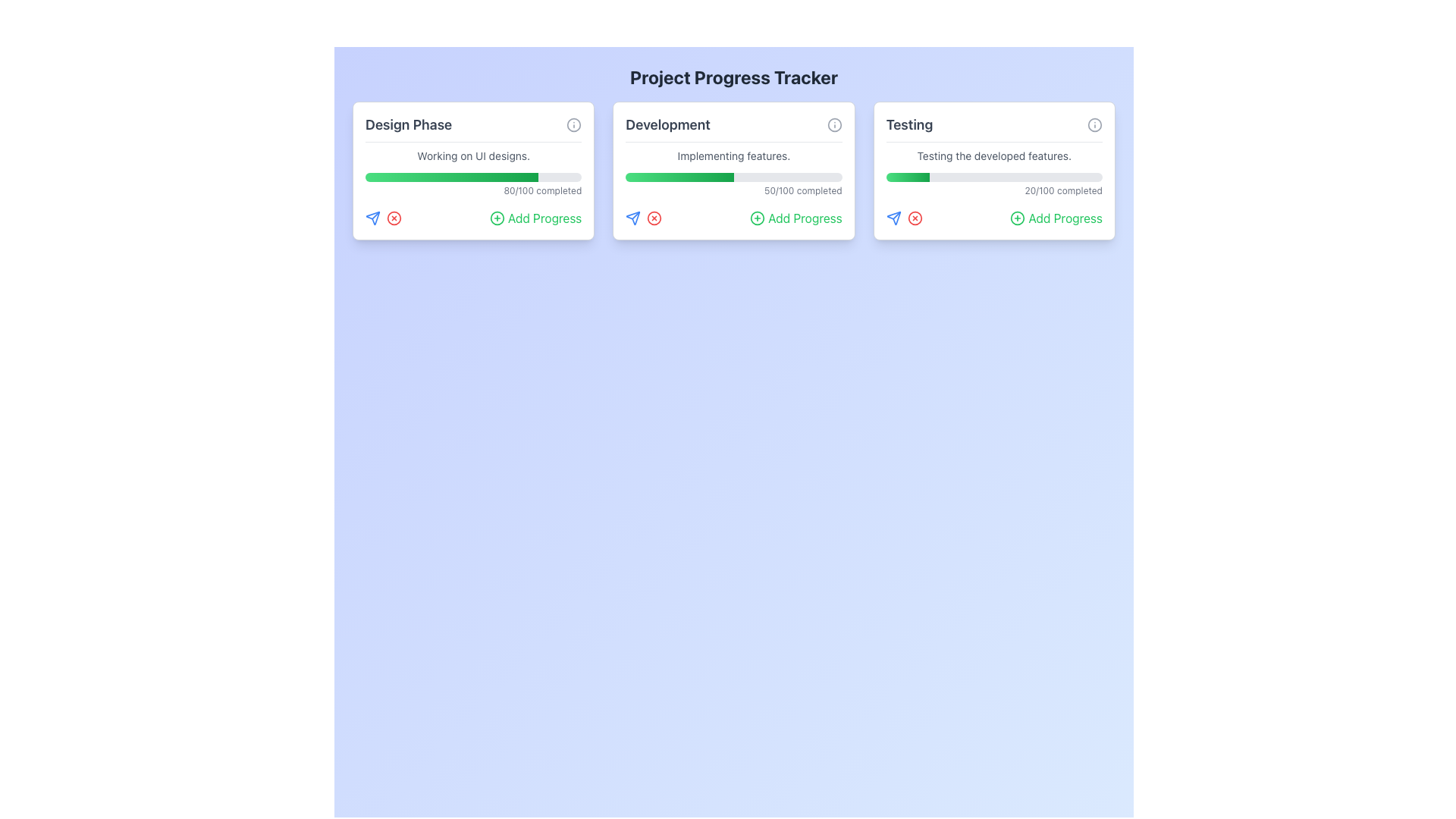 This screenshot has width=1456, height=819. What do you see at coordinates (472, 155) in the screenshot?
I see `the text label displaying 'Working on UI designs.' which is the second descriptor within the 'Design Phase' card` at bounding box center [472, 155].